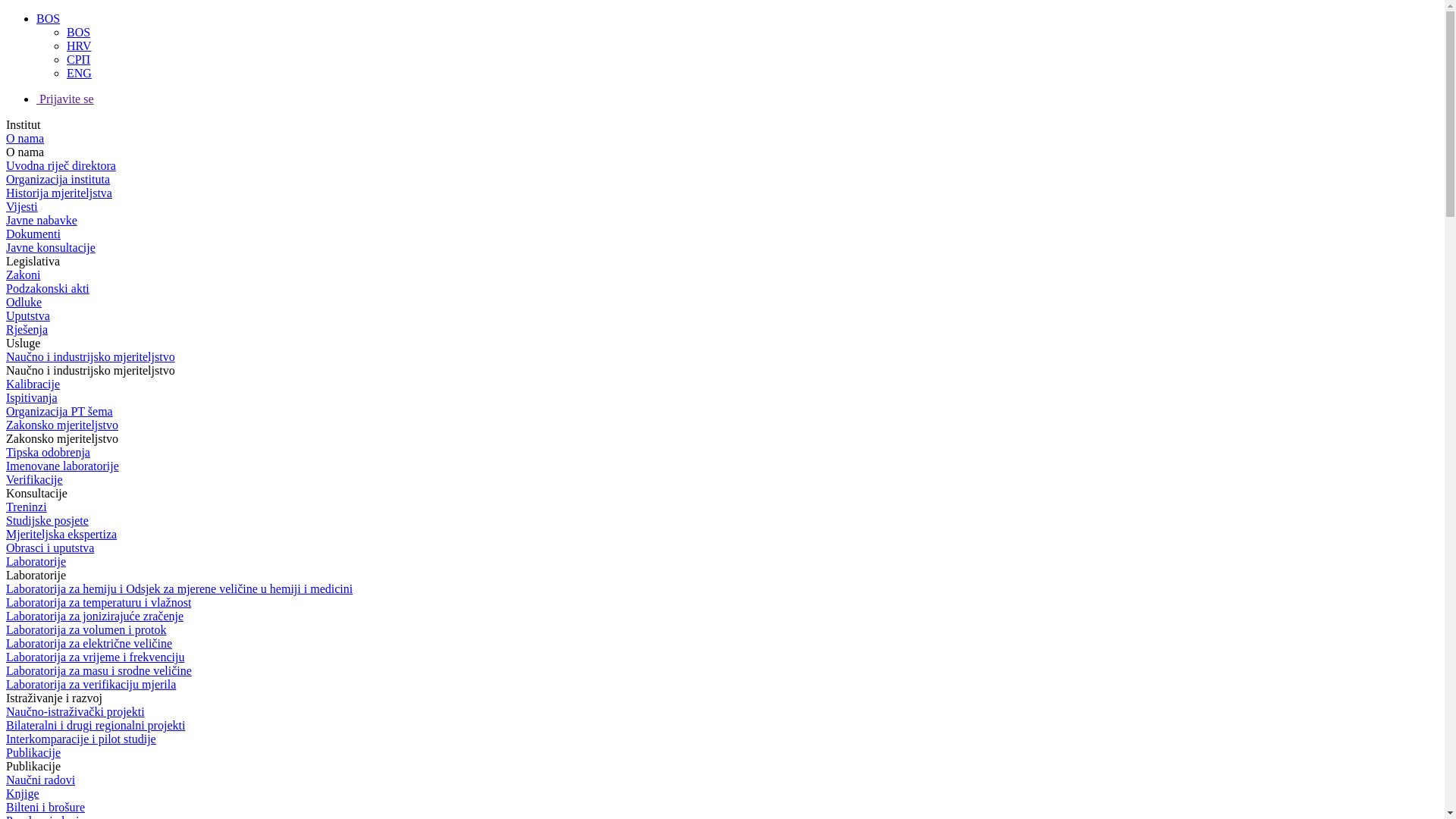 This screenshot has height=819, width=1456. What do you see at coordinates (78, 73) in the screenshot?
I see `'ENG'` at bounding box center [78, 73].